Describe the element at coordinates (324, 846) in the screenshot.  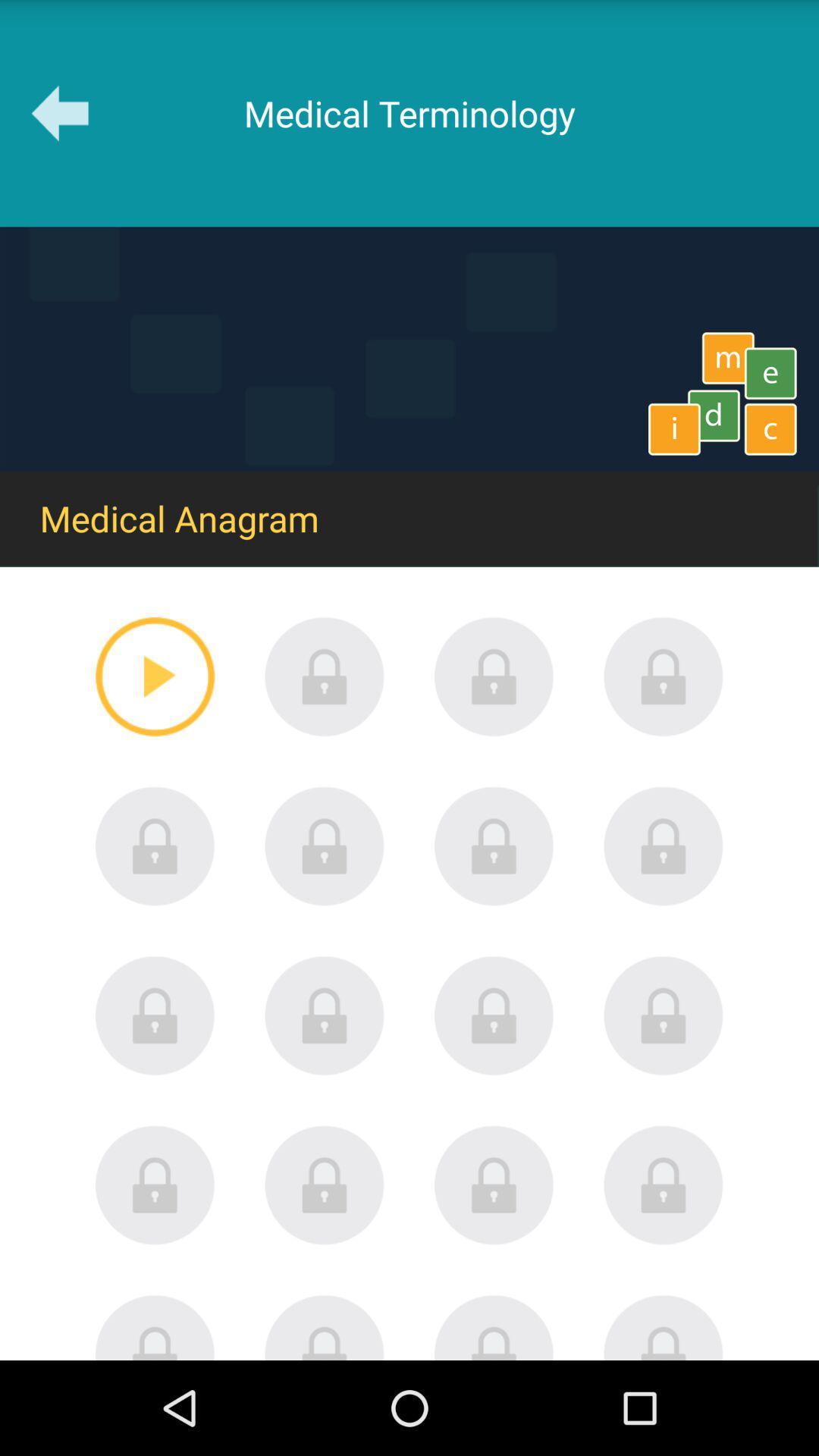
I see `locked term` at that location.